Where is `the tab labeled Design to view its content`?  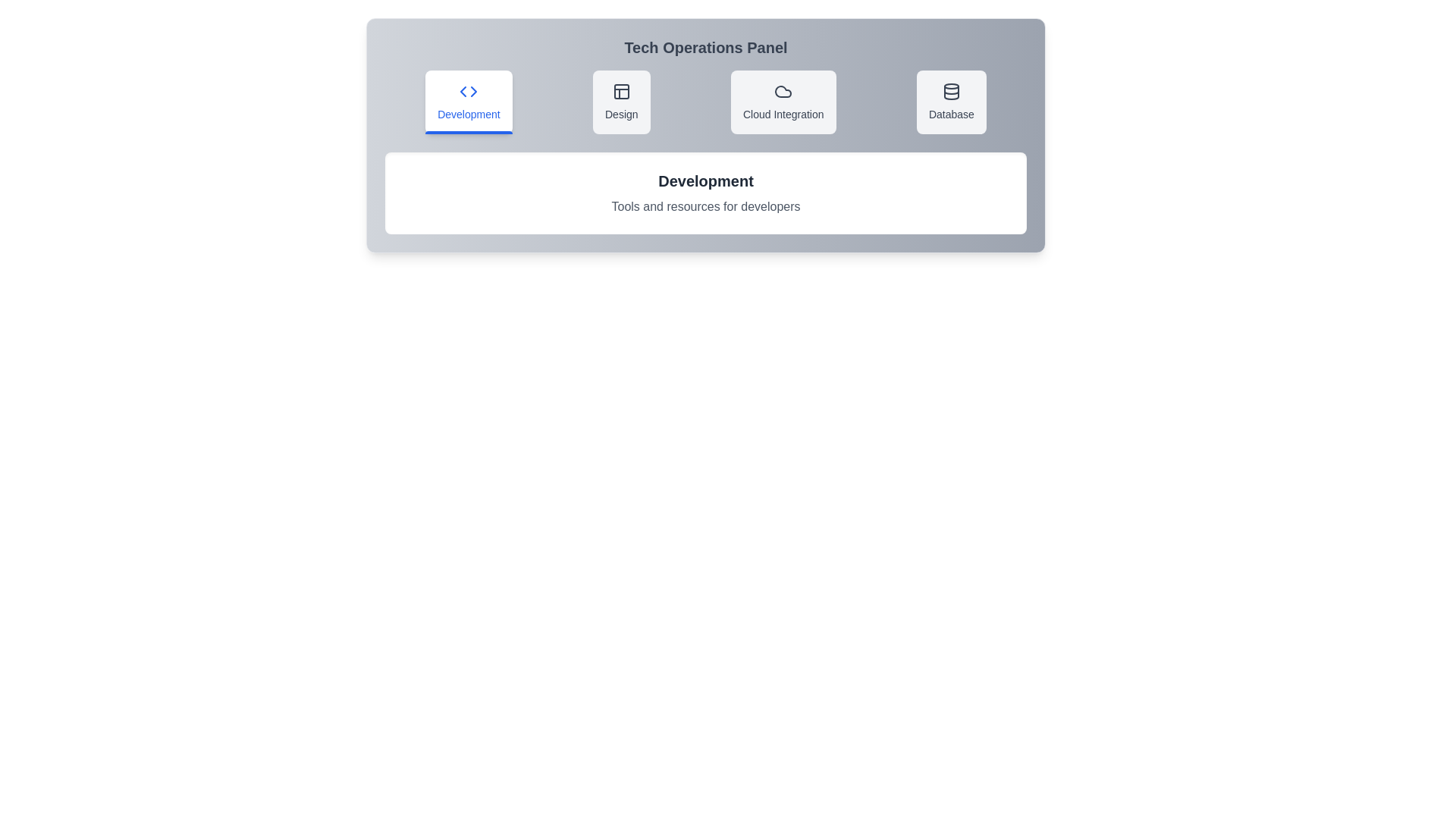 the tab labeled Design to view its content is located at coordinates (621, 102).